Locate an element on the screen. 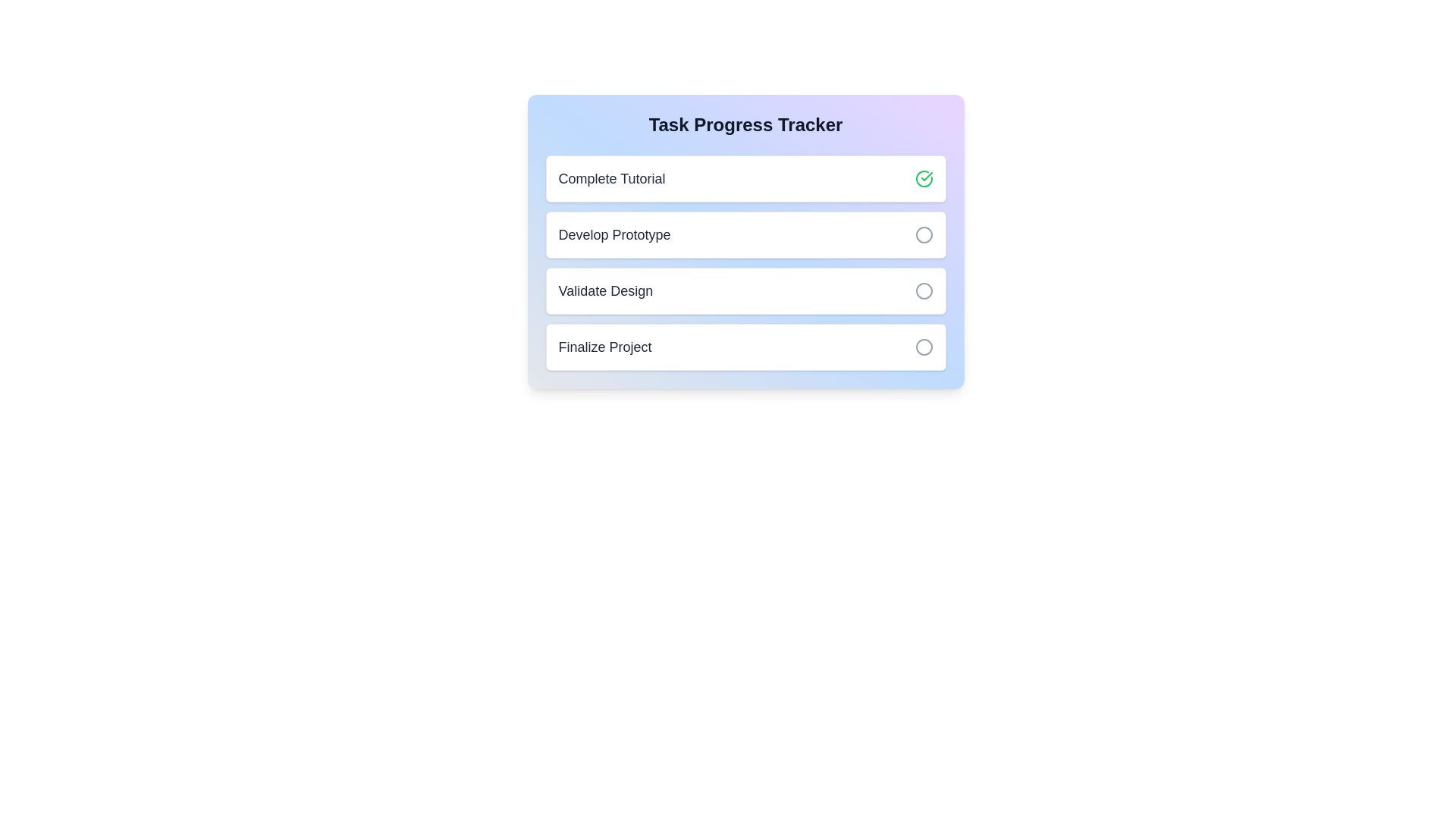  the task title Develop Prototype is located at coordinates (614, 234).